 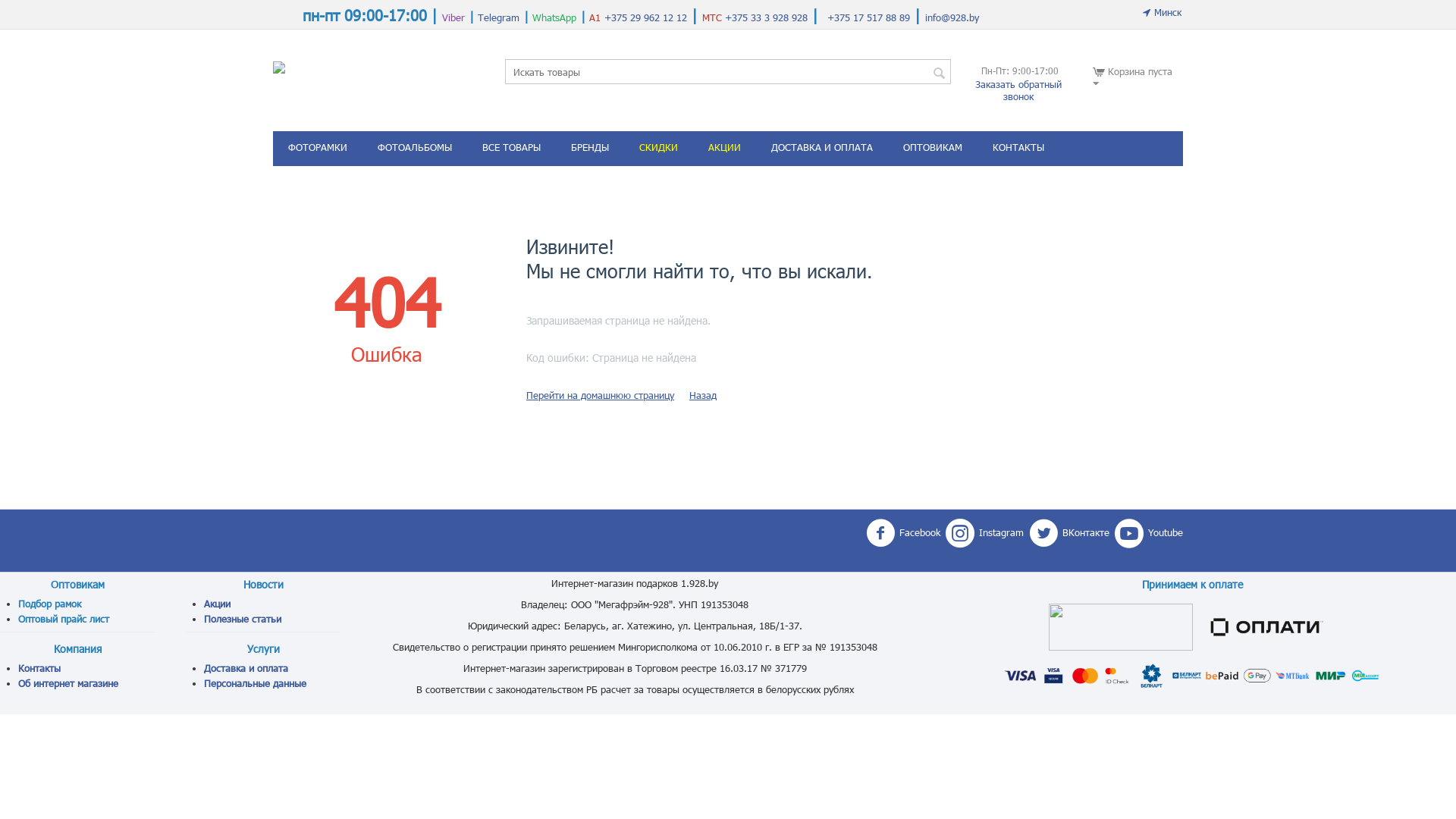 I want to click on 'info@928.by', so click(x=951, y=17).